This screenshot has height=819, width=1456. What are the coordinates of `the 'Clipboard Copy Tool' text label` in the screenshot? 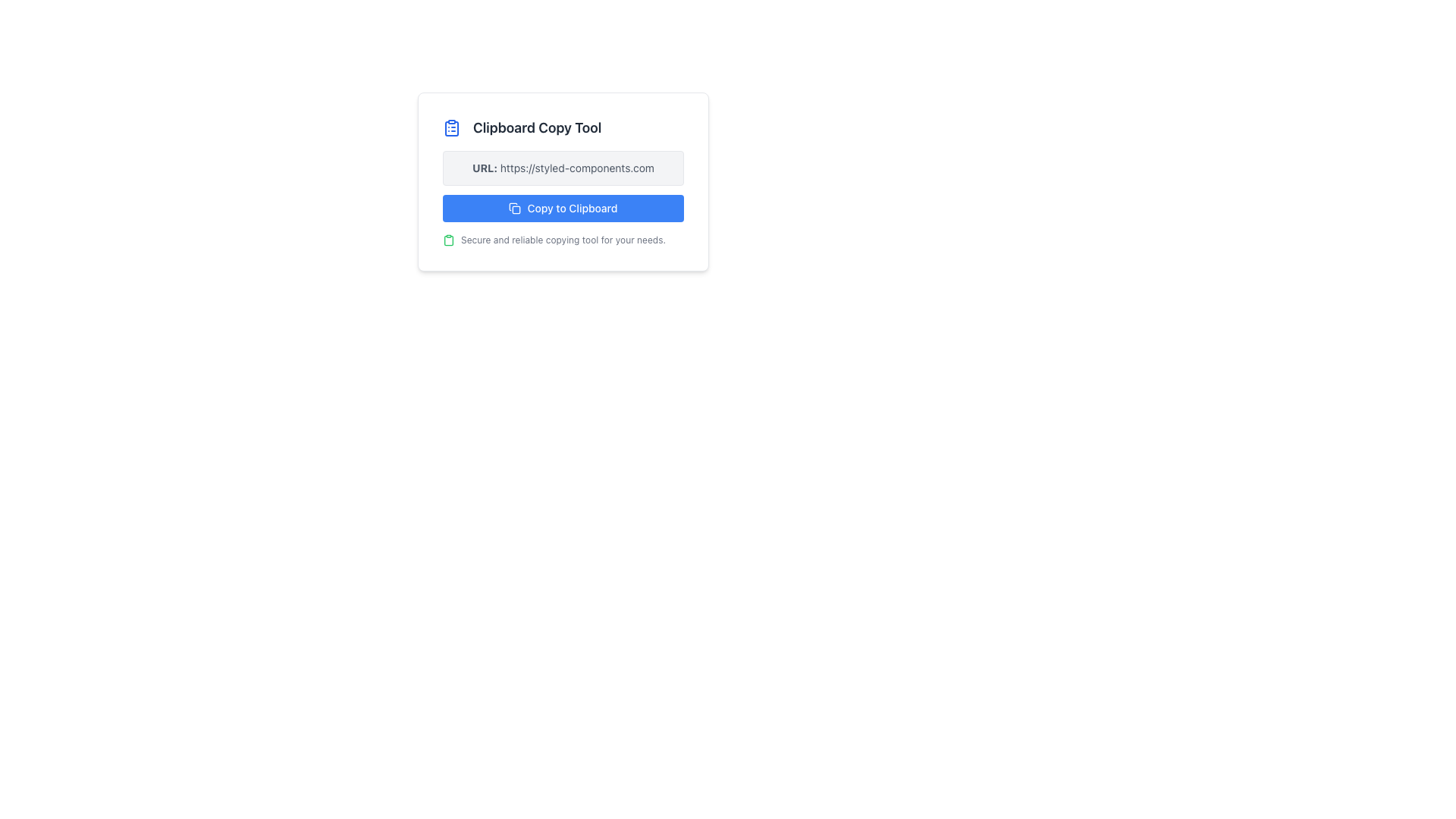 It's located at (563, 127).